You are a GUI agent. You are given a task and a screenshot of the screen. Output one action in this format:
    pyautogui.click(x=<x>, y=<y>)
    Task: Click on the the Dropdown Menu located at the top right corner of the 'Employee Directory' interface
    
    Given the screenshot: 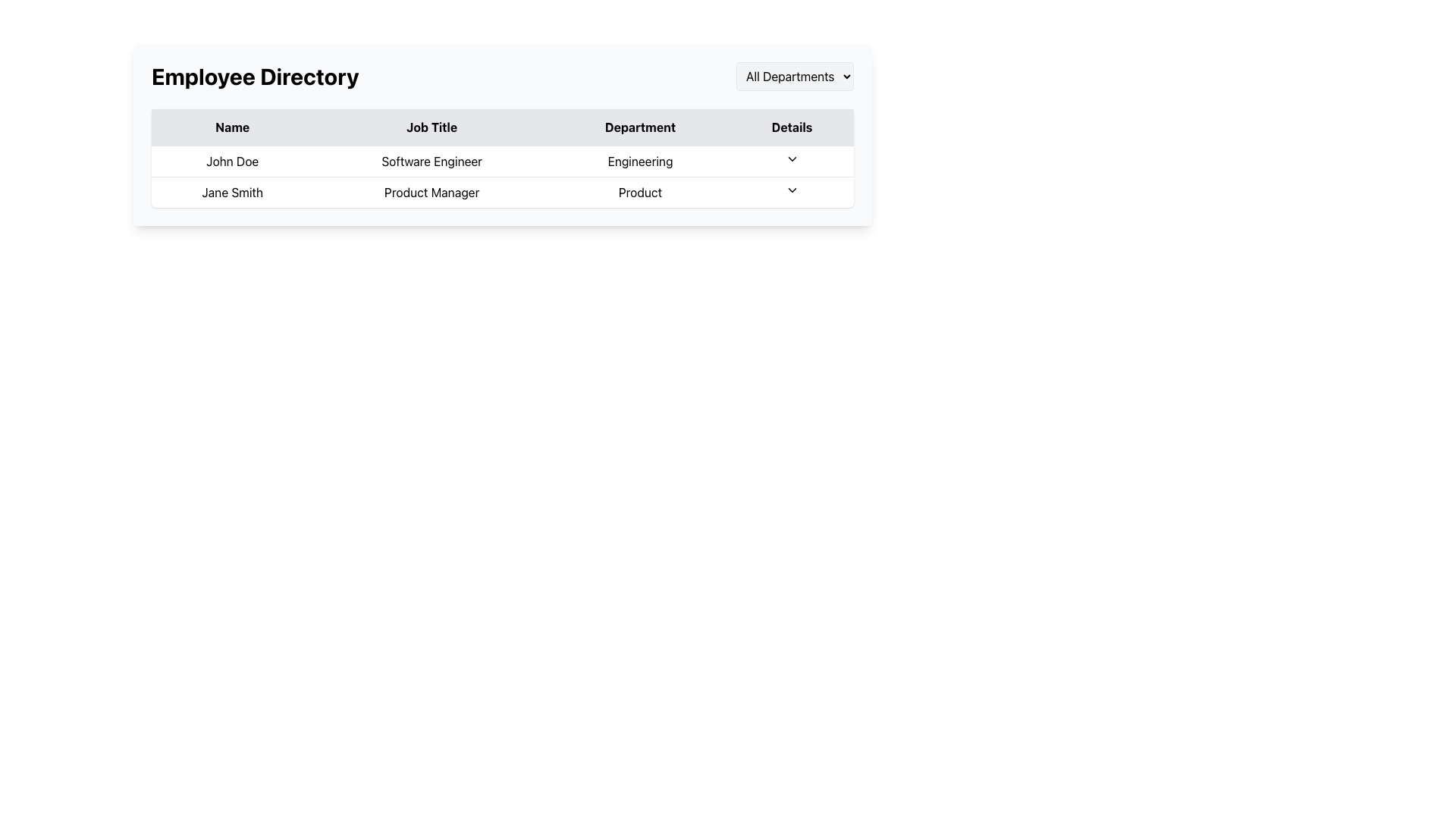 What is the action you would take?
    pyautogui.click(x=794, y=76)
    